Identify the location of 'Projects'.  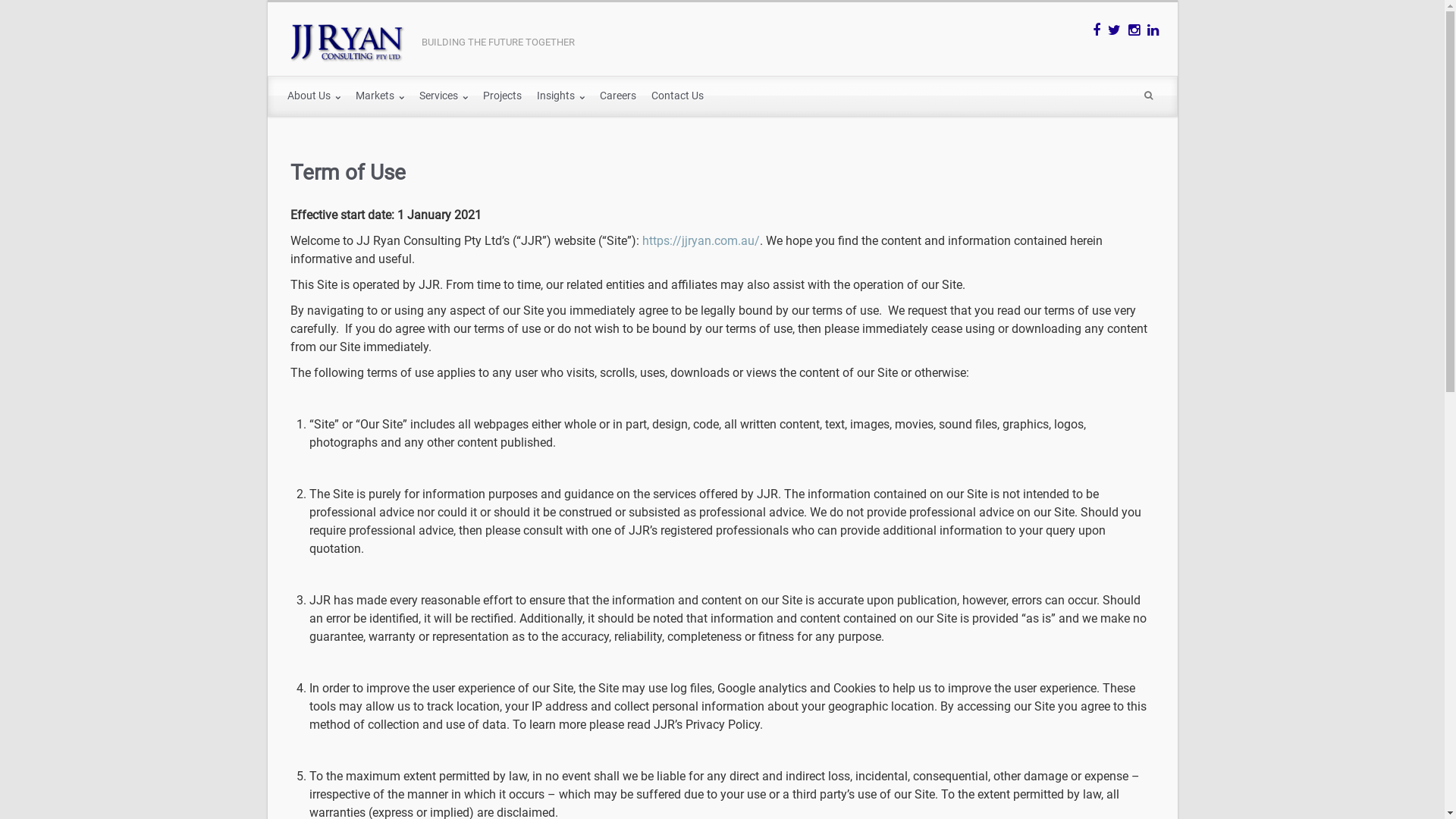
(501, 96).